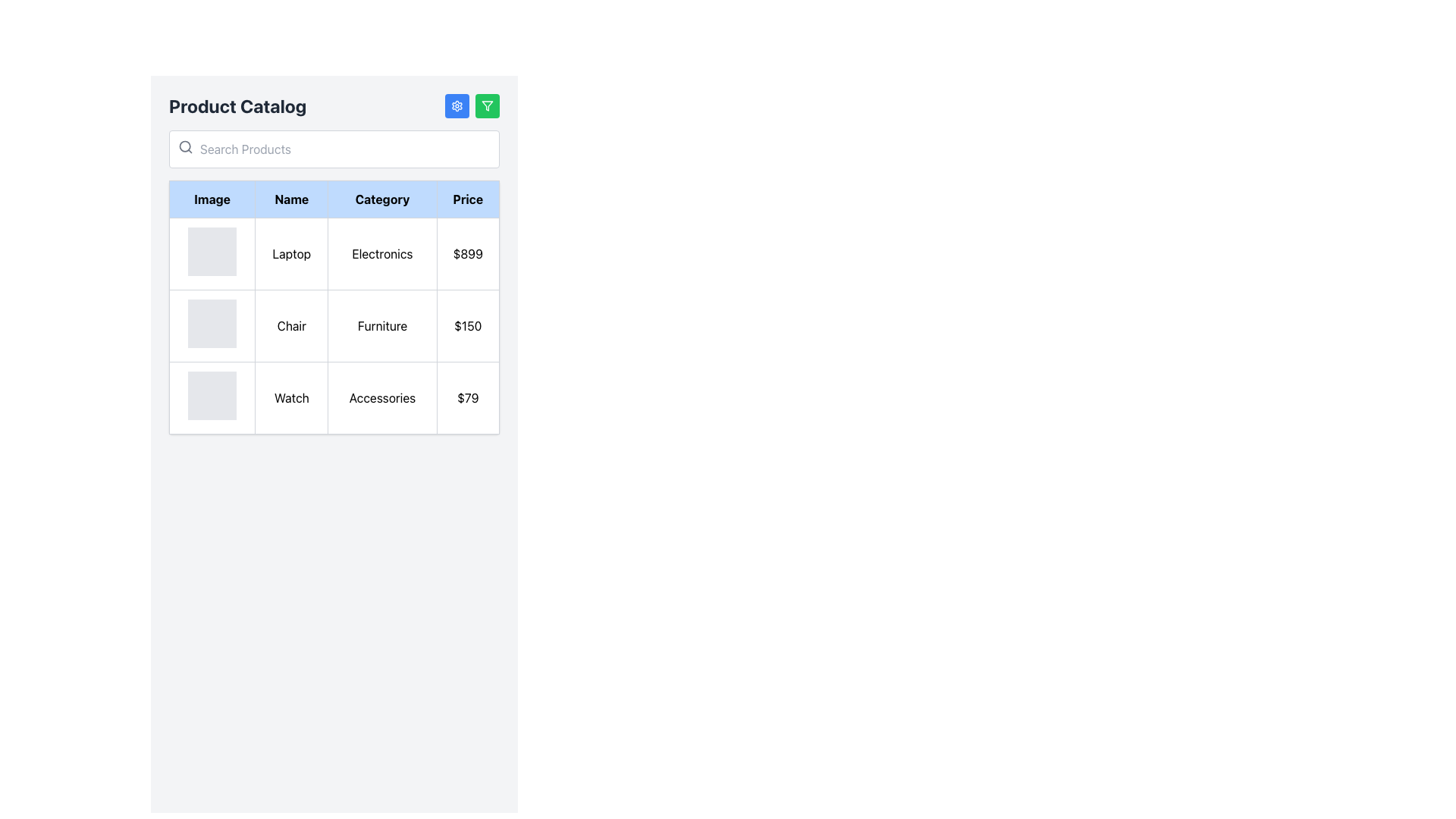 The width and height of the screenshot is (1456, 819). Describe the element at coordinates (291, 253) in the screenshot. I see `the text label displaying 'Laptop' in the second column of the table` at that location.